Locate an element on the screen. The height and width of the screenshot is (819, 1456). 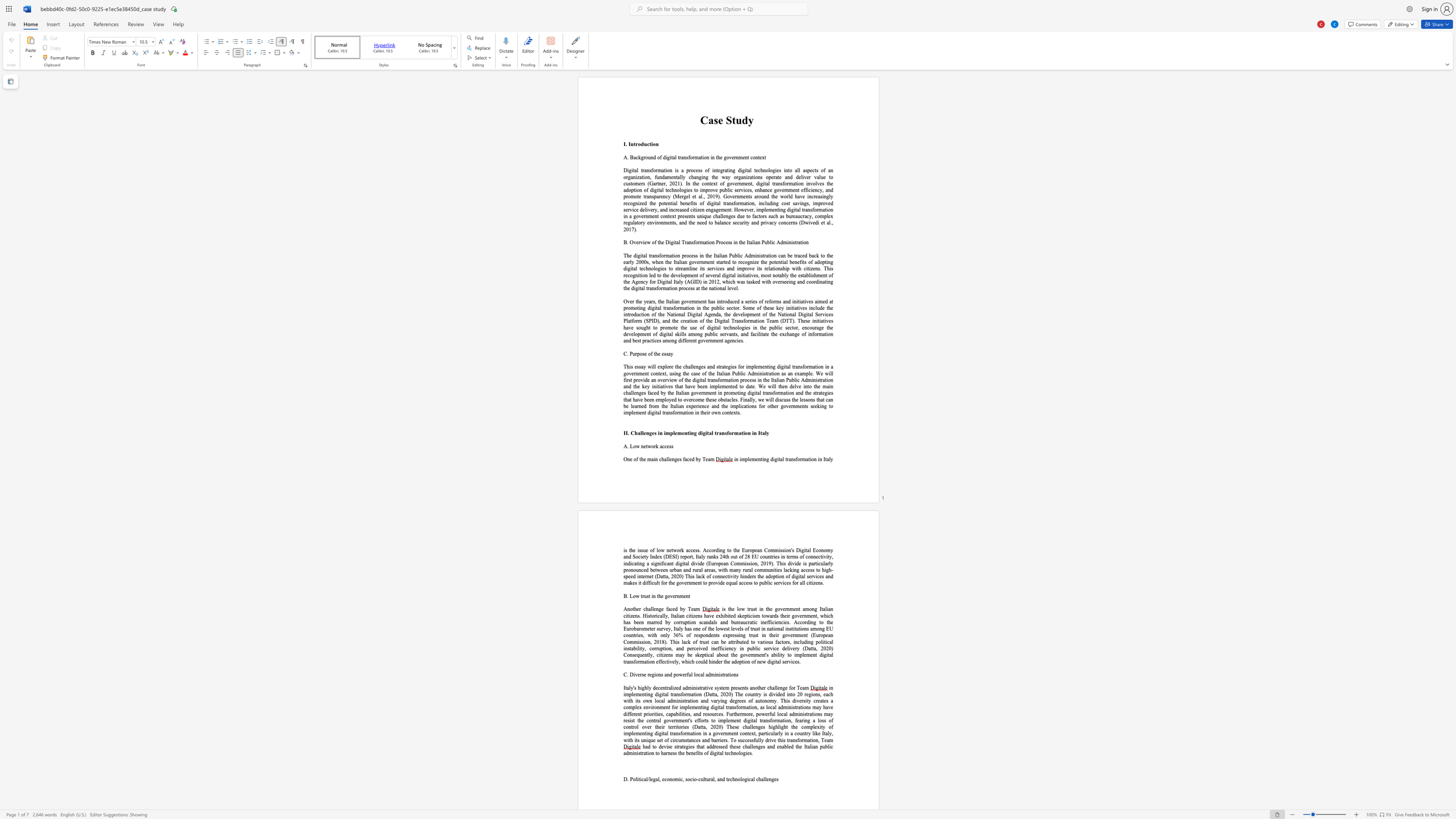
the 3th character "," in the text is located at coordinates (714, 779).